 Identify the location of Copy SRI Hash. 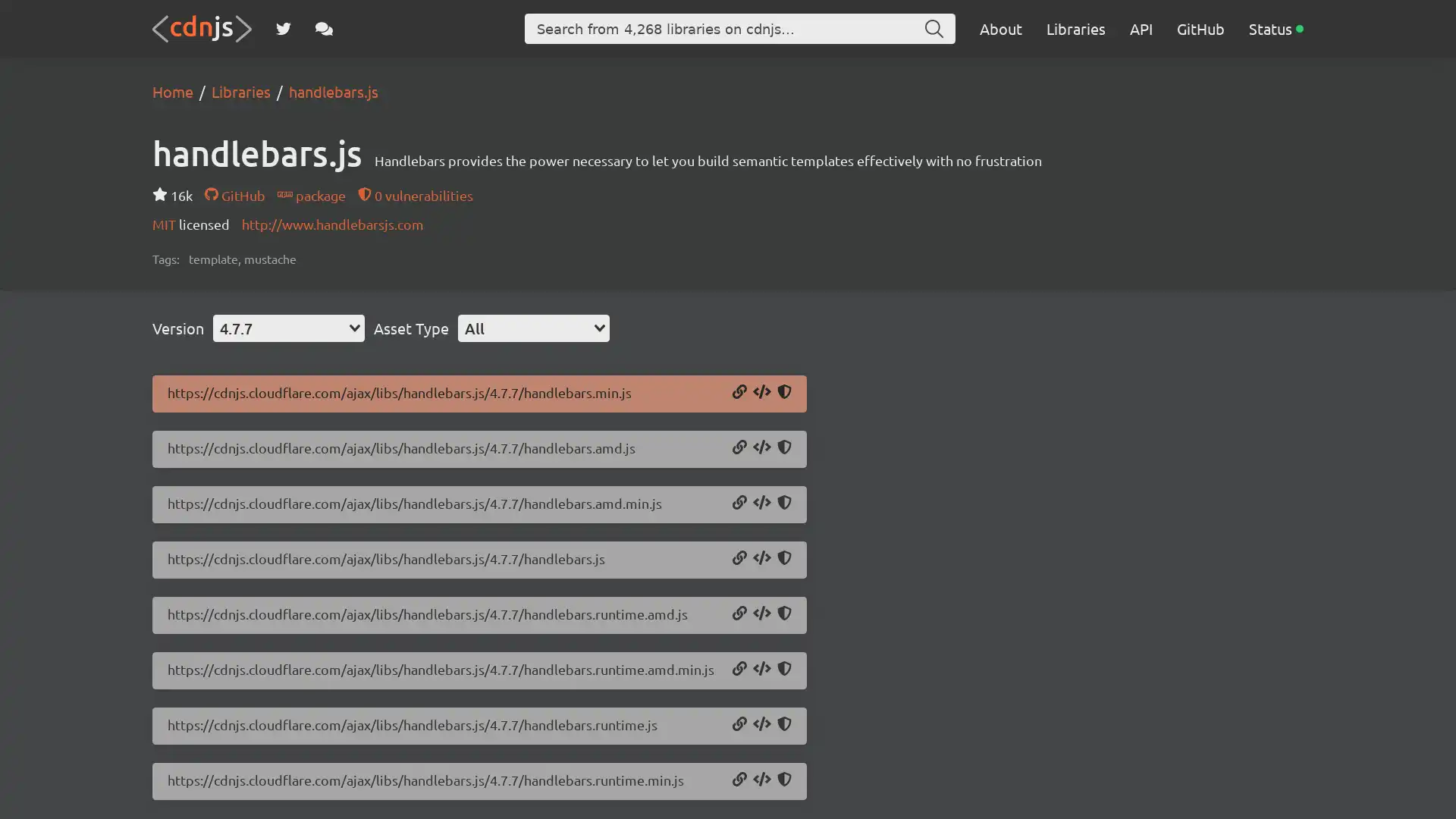
(784, 780).